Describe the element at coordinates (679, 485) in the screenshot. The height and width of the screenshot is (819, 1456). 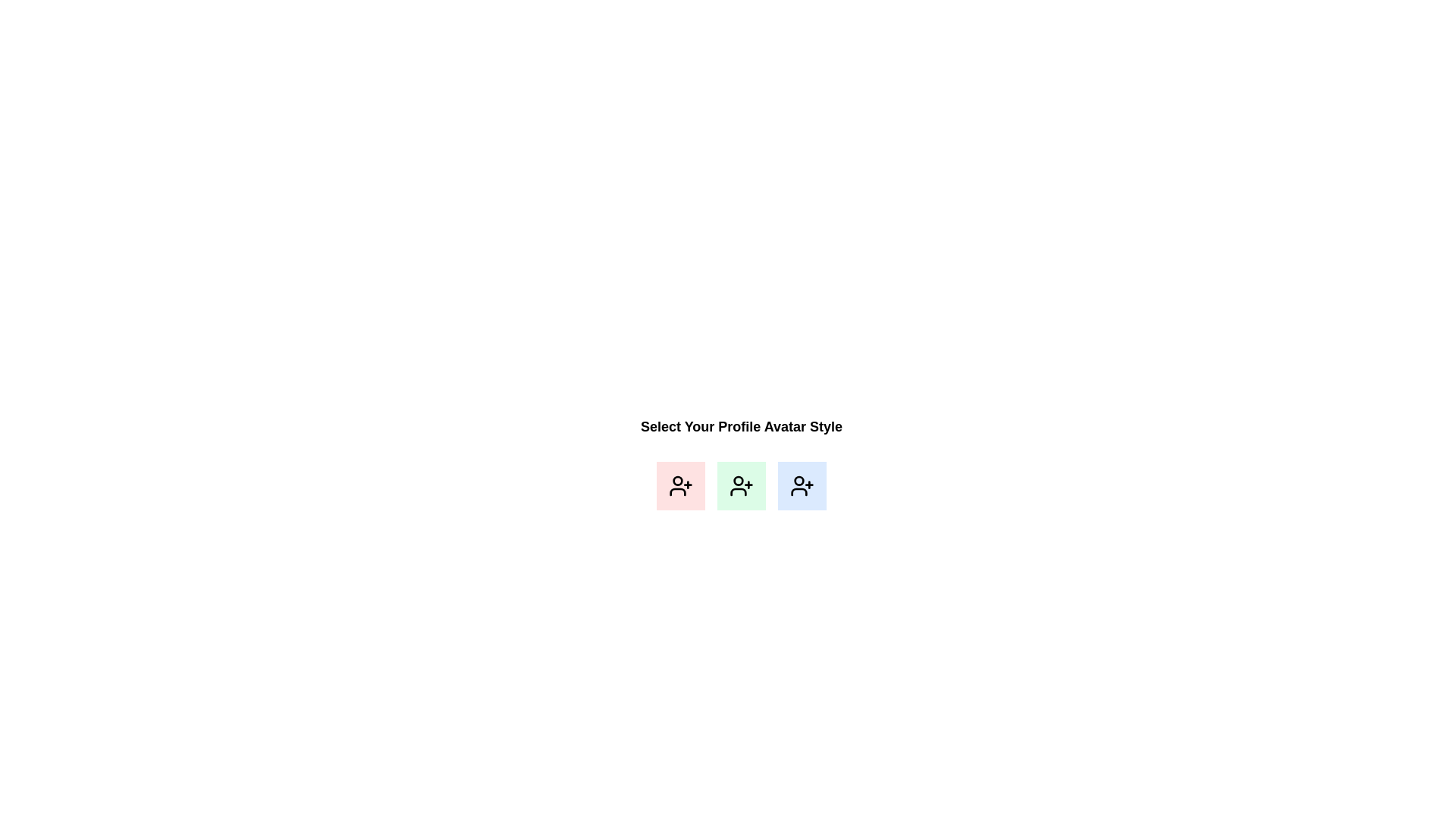
I see `the leftmost red square button with a user-plus icon, which is part of a row of three buttons beneath the title 'Select Your Profile Avatar Style'` at that location.